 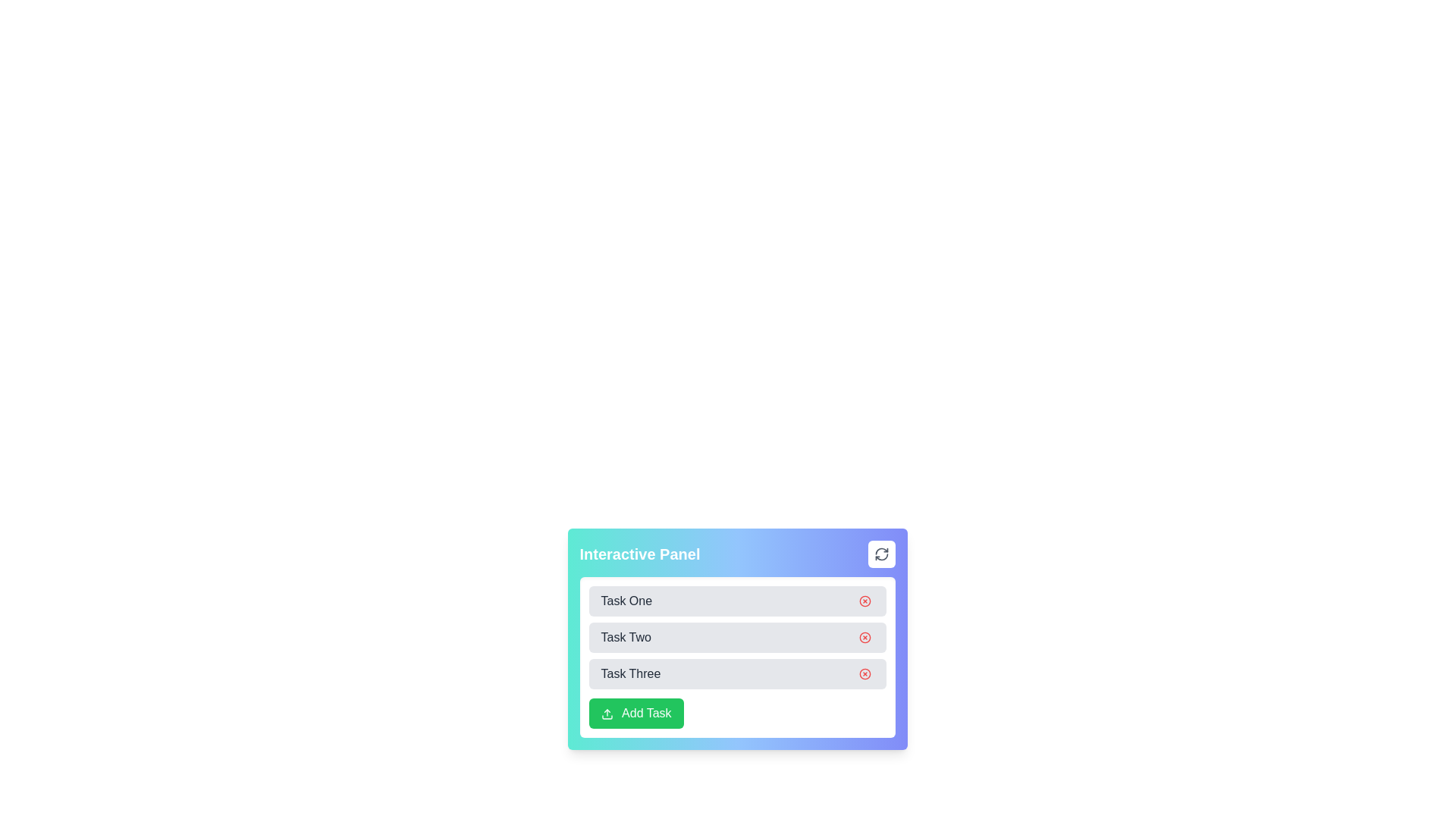 What do you see at coordinates (626, 601) in the screenshot?
I see `the text label for the first task in the task management list, which serves as a title or label and is located in the upper left part of the first row` at bounding box center [626, 601].